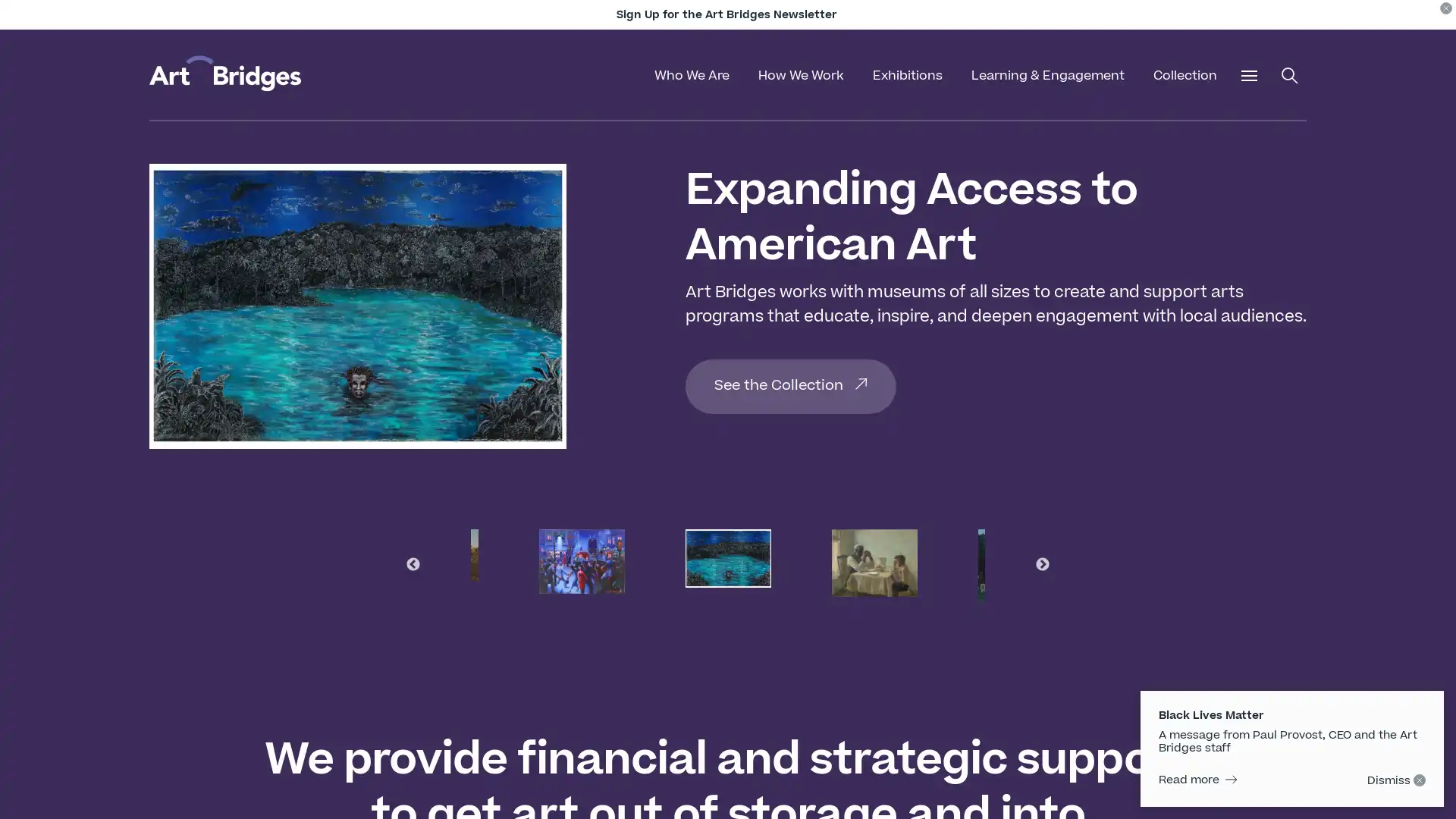 This screenshot has height=819, width=1456. Describe the element at coordinates (1395, 780) in the screenshot. I see `Dismiss  - click to hide on subsequent pages.` at that location.